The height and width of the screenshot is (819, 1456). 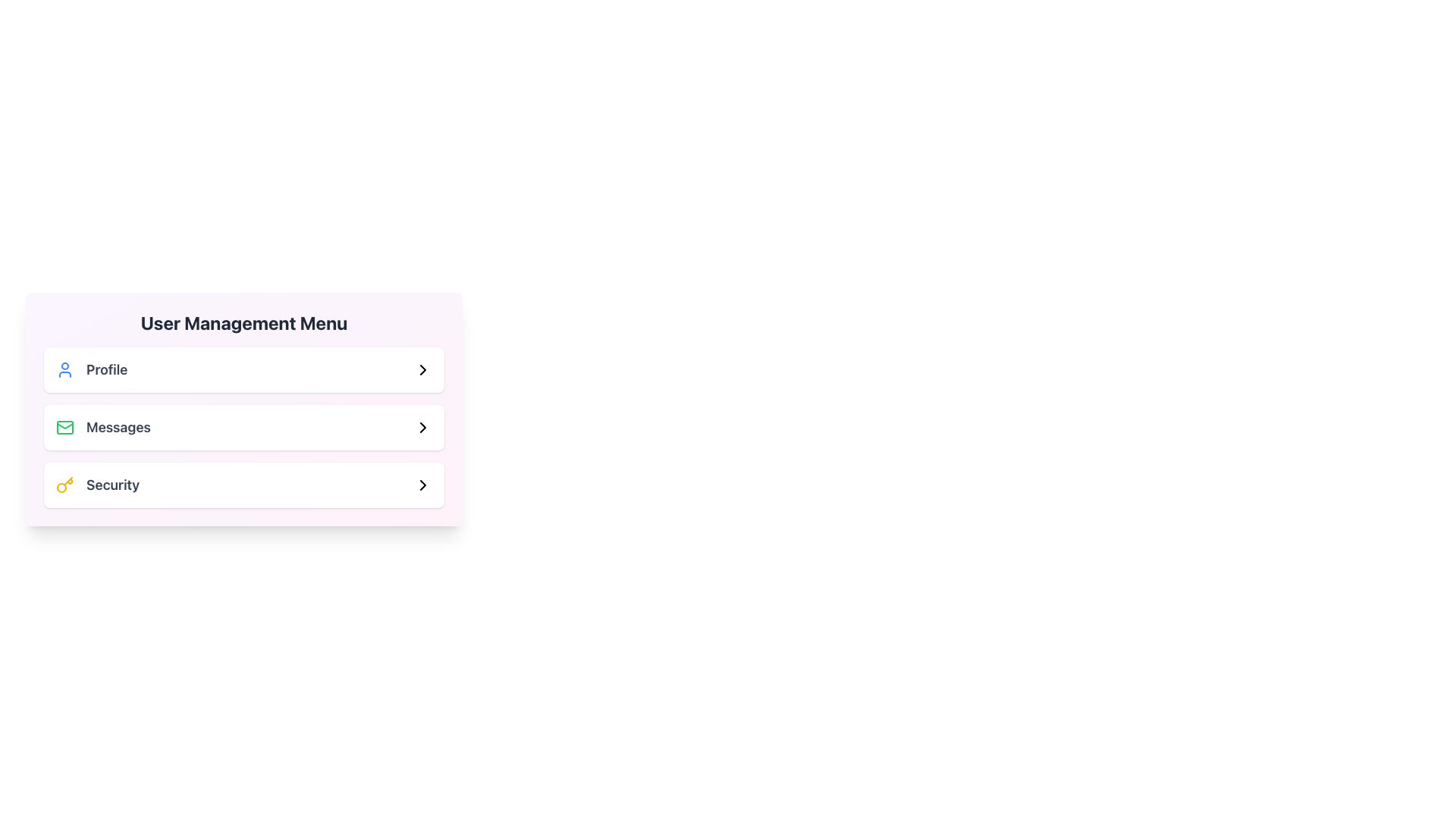 I want to click on the rectangular body of the envelope icon in the 'Messages' menu item, which is located in the second row of the menu, so click(x=64, y=427).